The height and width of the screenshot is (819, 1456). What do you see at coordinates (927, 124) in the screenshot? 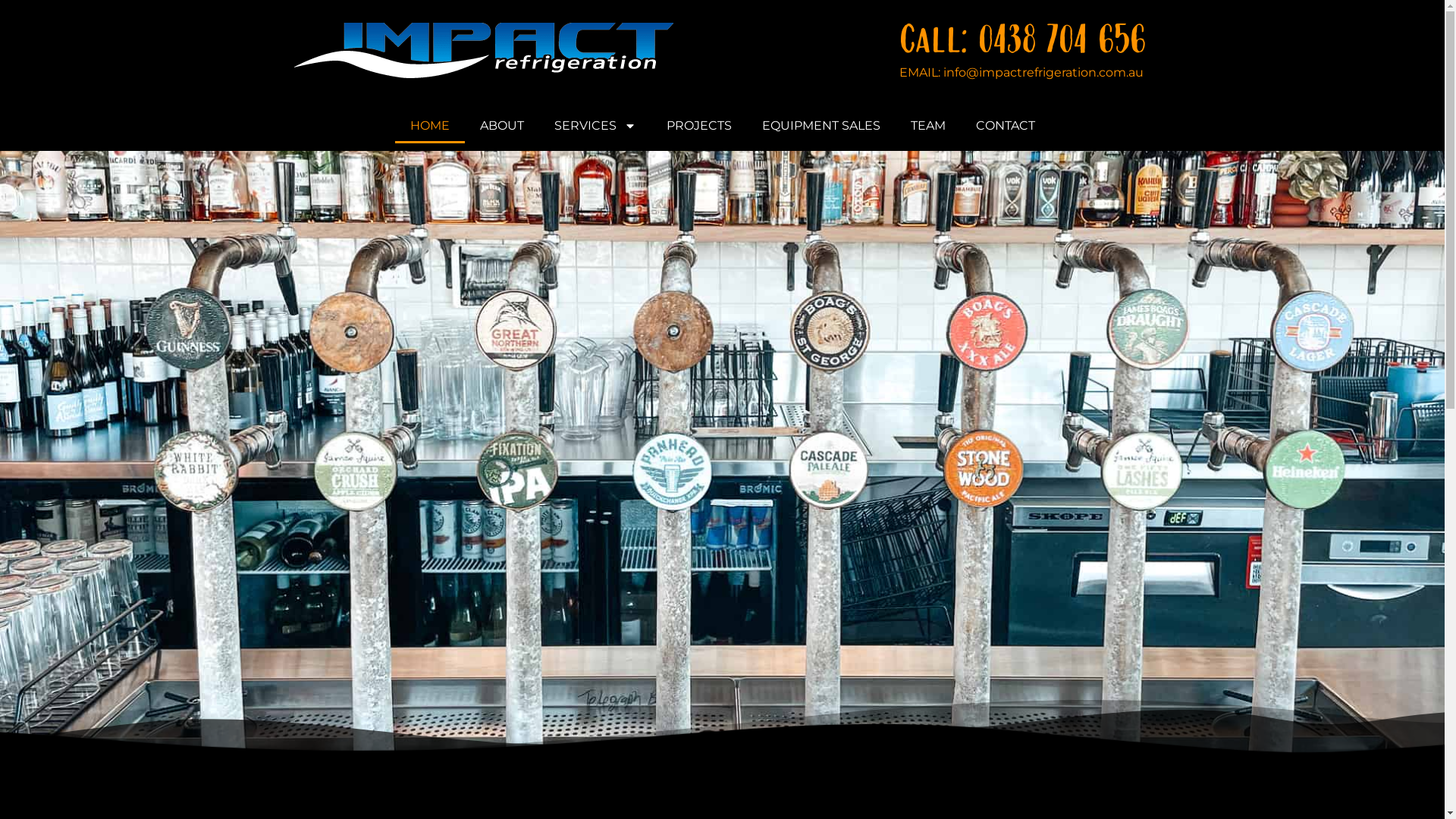
I see `'TEAM'` at bounding box center [927, 124].